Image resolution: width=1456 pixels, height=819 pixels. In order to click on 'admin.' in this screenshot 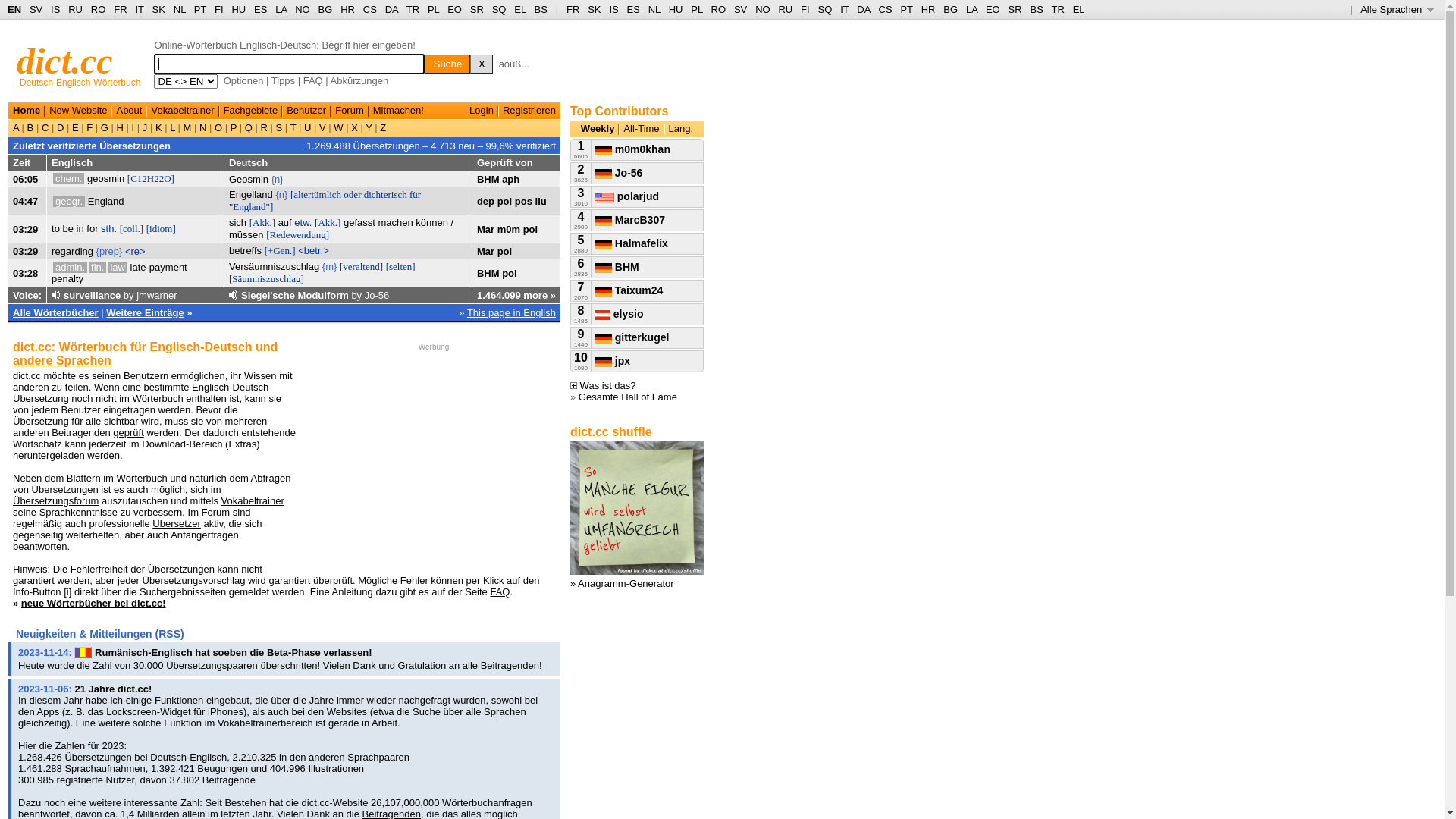, I will do `click(69, 266)`.